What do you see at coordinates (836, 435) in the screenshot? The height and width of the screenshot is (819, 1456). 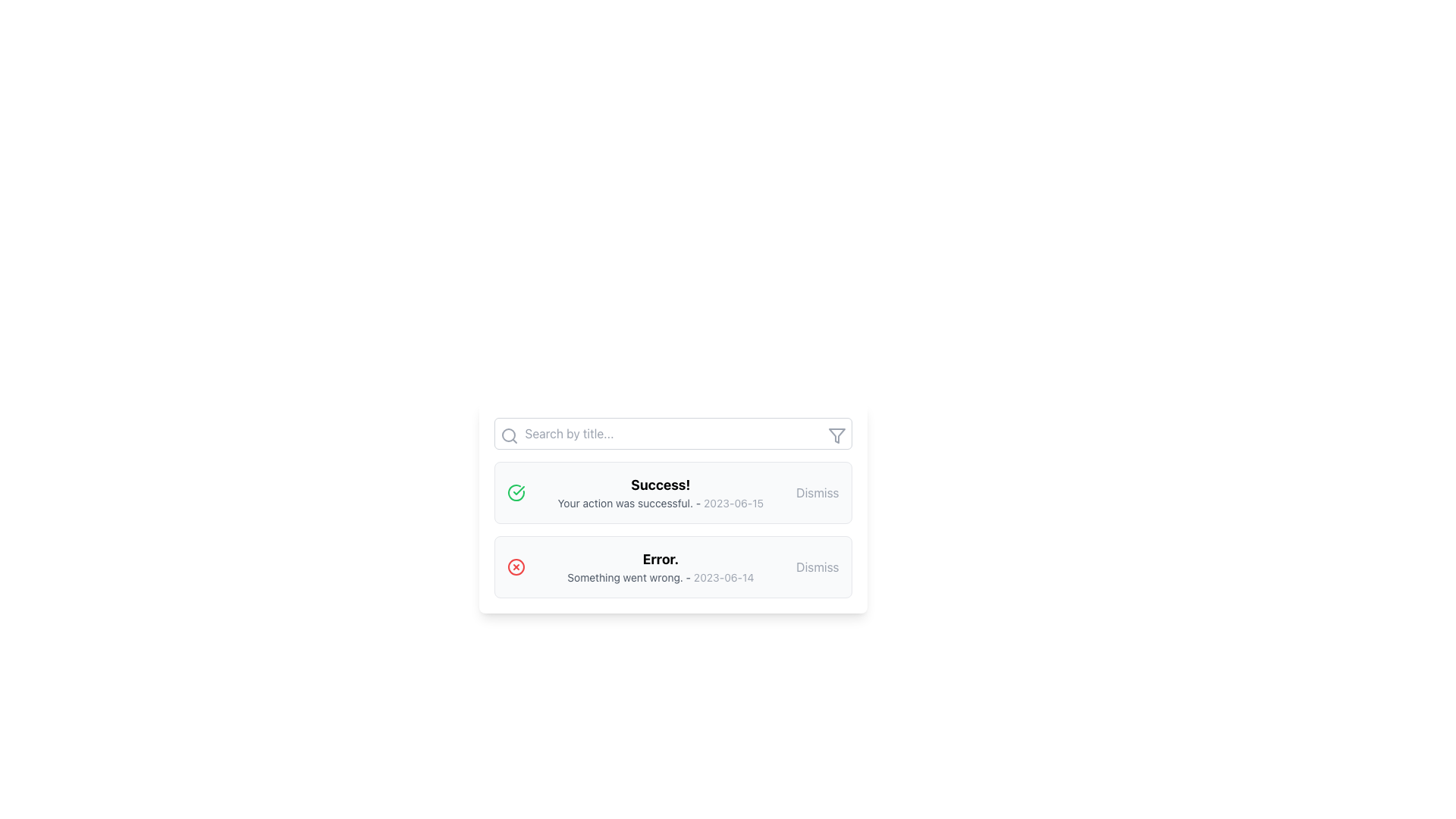 I see `the filter icon button, which is a thin-bordered triangle shape resembling a funnel, located at the rightmost edge of the search bar` at bounding box center [836, 435].